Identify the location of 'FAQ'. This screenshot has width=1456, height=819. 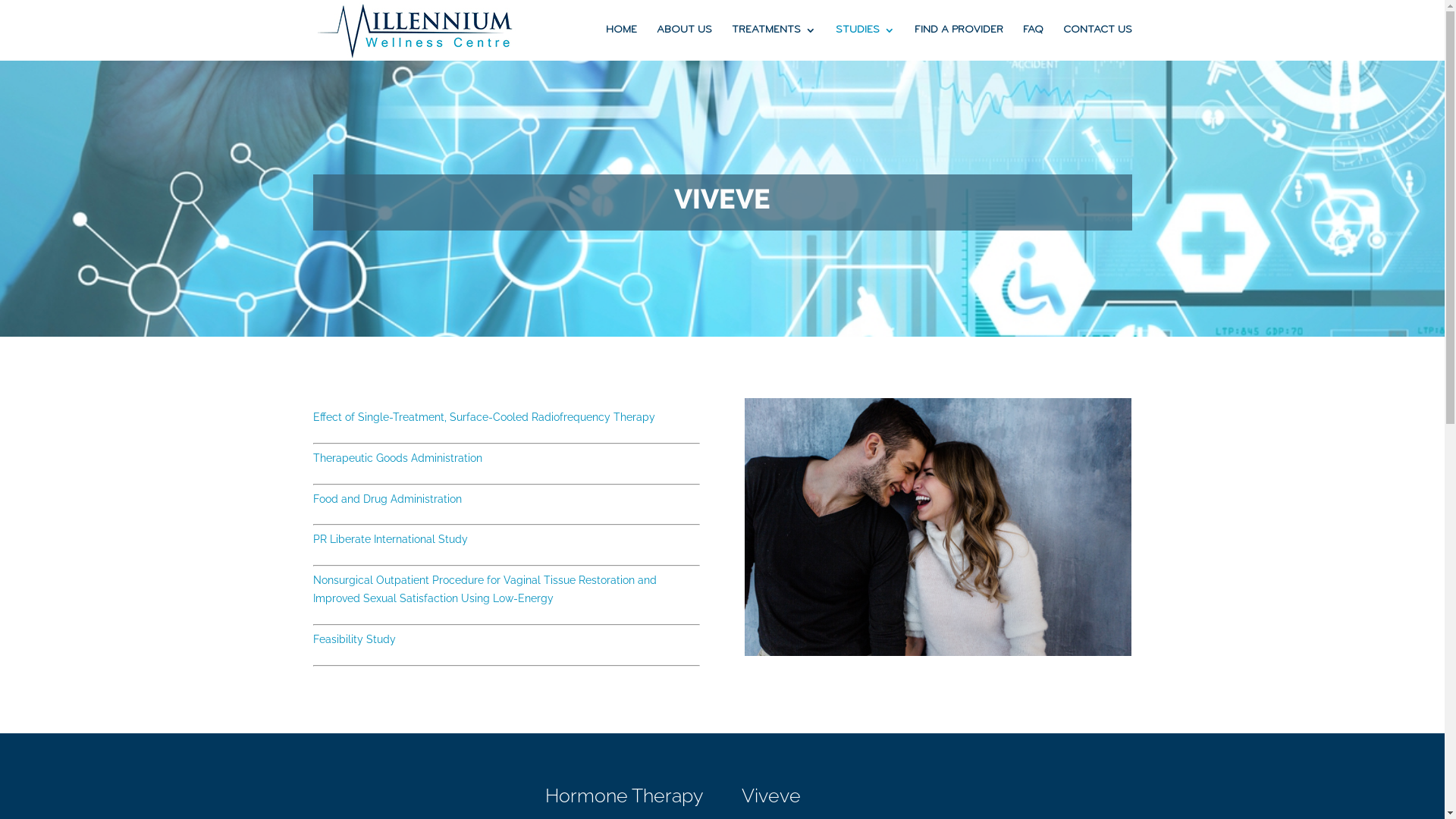
(1022, 42).